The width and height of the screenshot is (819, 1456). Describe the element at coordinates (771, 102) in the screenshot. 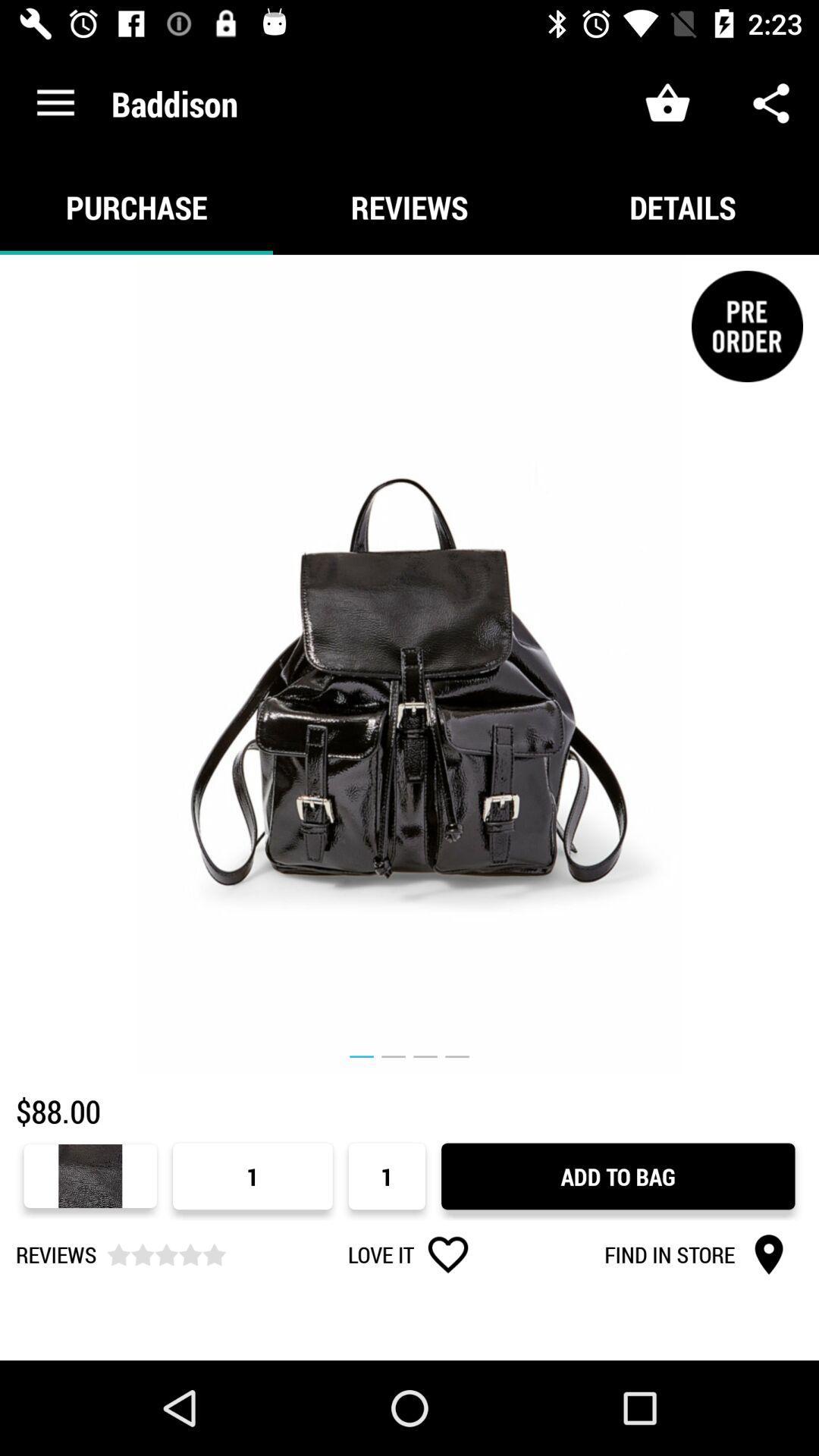

I see `the icon above details icon` at that location.